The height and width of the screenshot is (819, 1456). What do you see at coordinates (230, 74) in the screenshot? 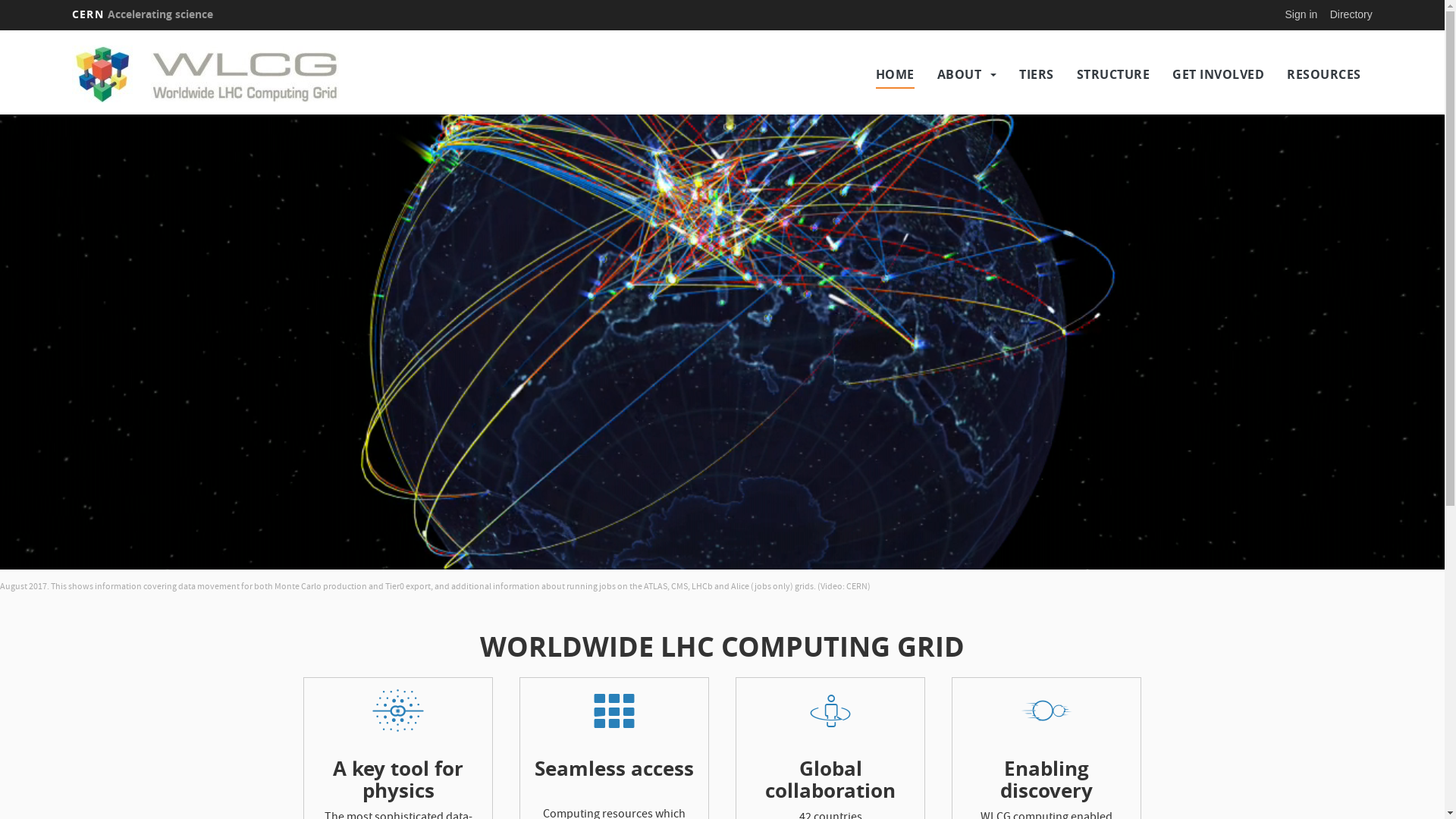
I see `'Home'` at bounding box center [230, 74].